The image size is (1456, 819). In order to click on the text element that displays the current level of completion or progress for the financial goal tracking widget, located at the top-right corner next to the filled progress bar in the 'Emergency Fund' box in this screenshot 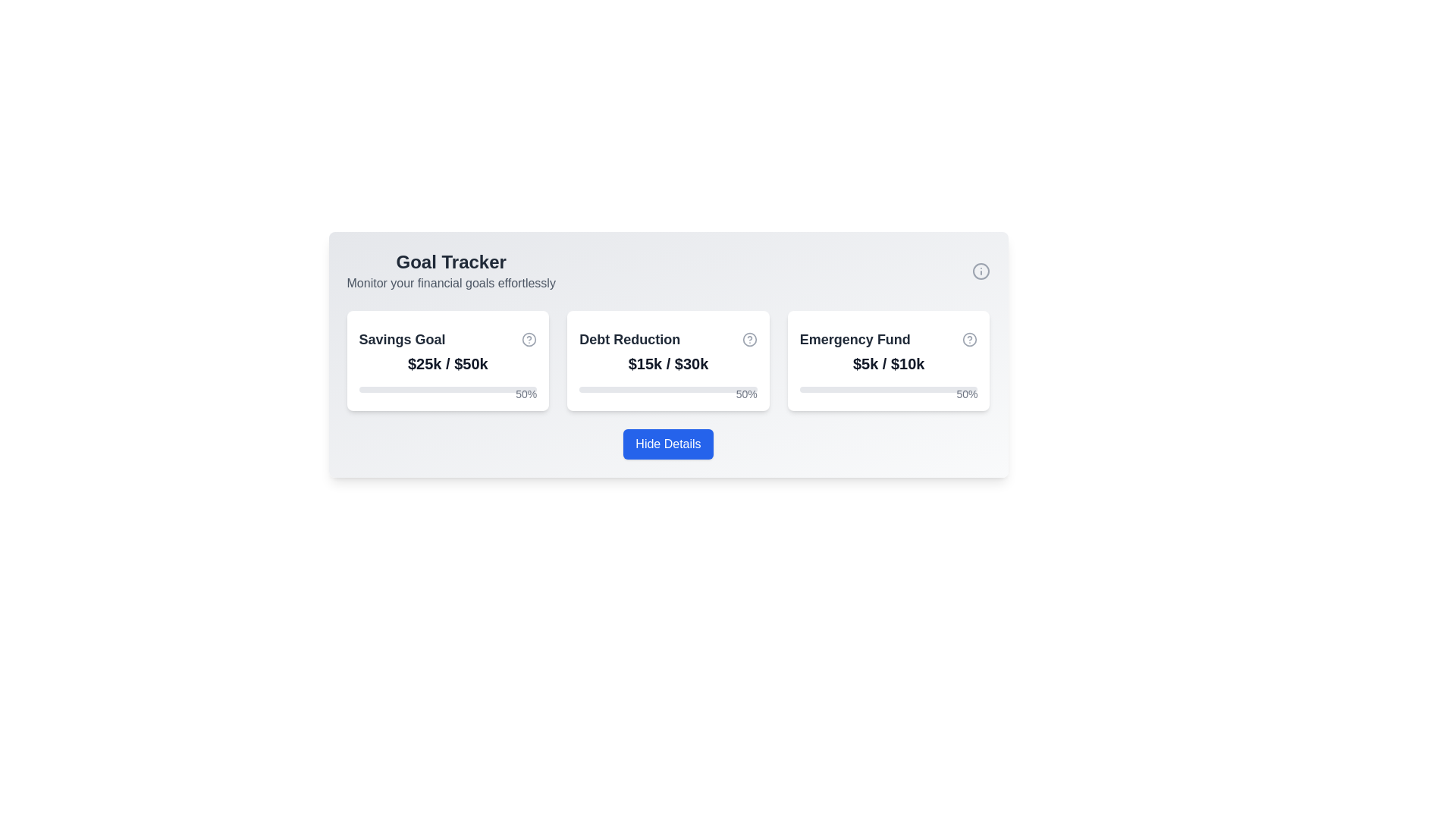, I will do `click(966, 394)`.